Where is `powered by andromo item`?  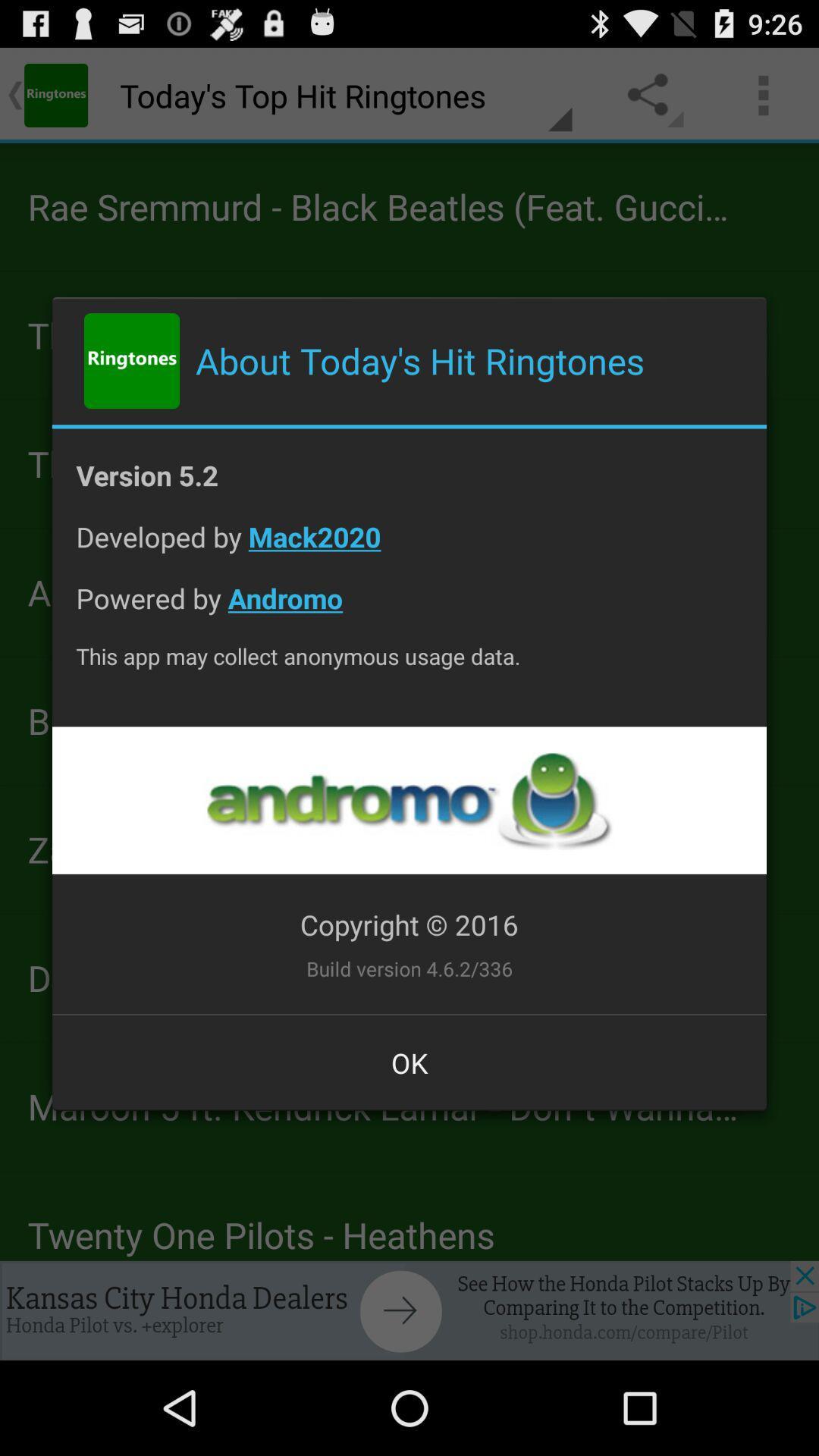 powered by andromo item is located at coordinates (409, 610).